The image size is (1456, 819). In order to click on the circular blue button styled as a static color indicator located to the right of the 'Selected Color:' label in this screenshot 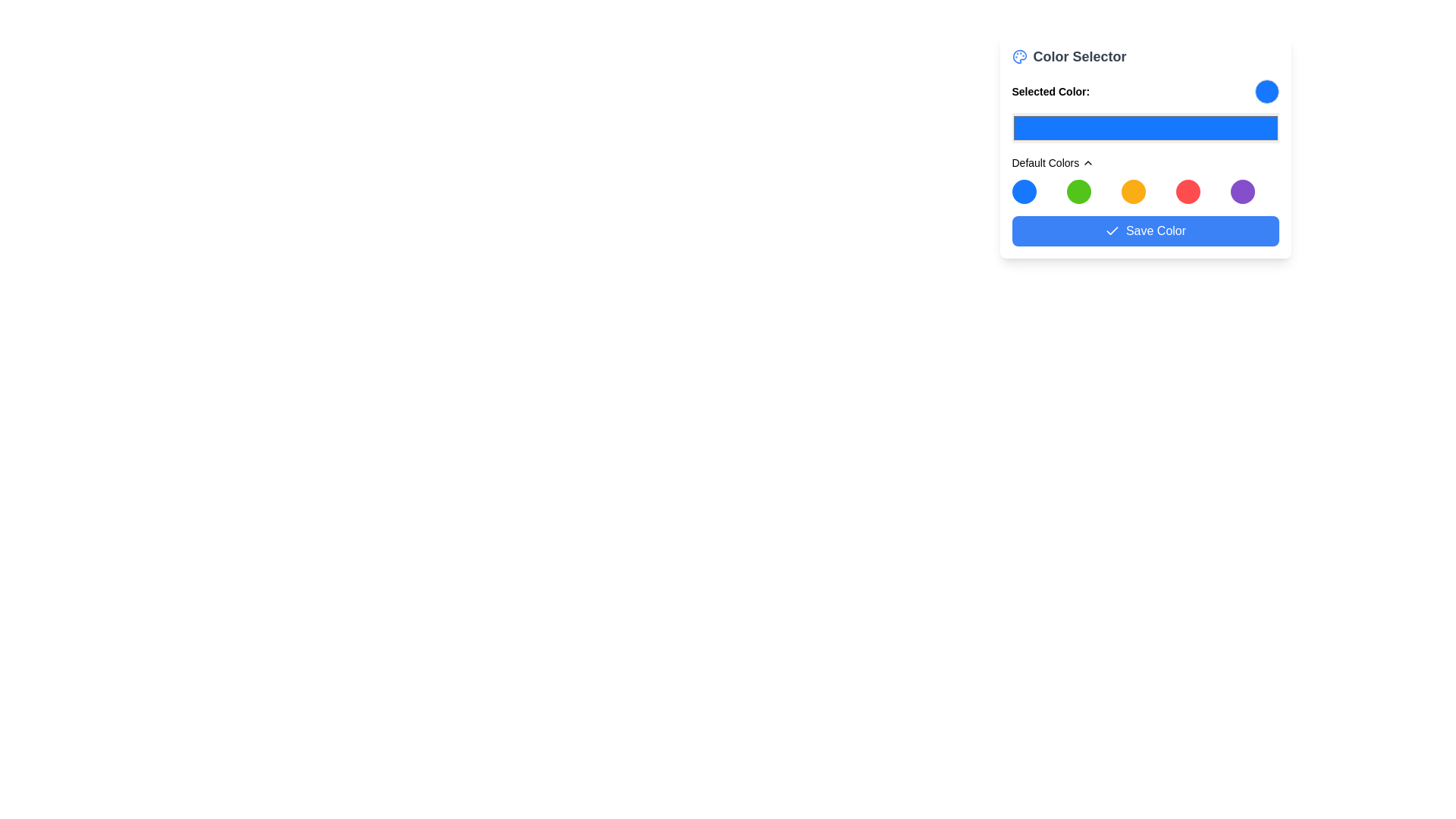, I will do `click(1266, 91)`.